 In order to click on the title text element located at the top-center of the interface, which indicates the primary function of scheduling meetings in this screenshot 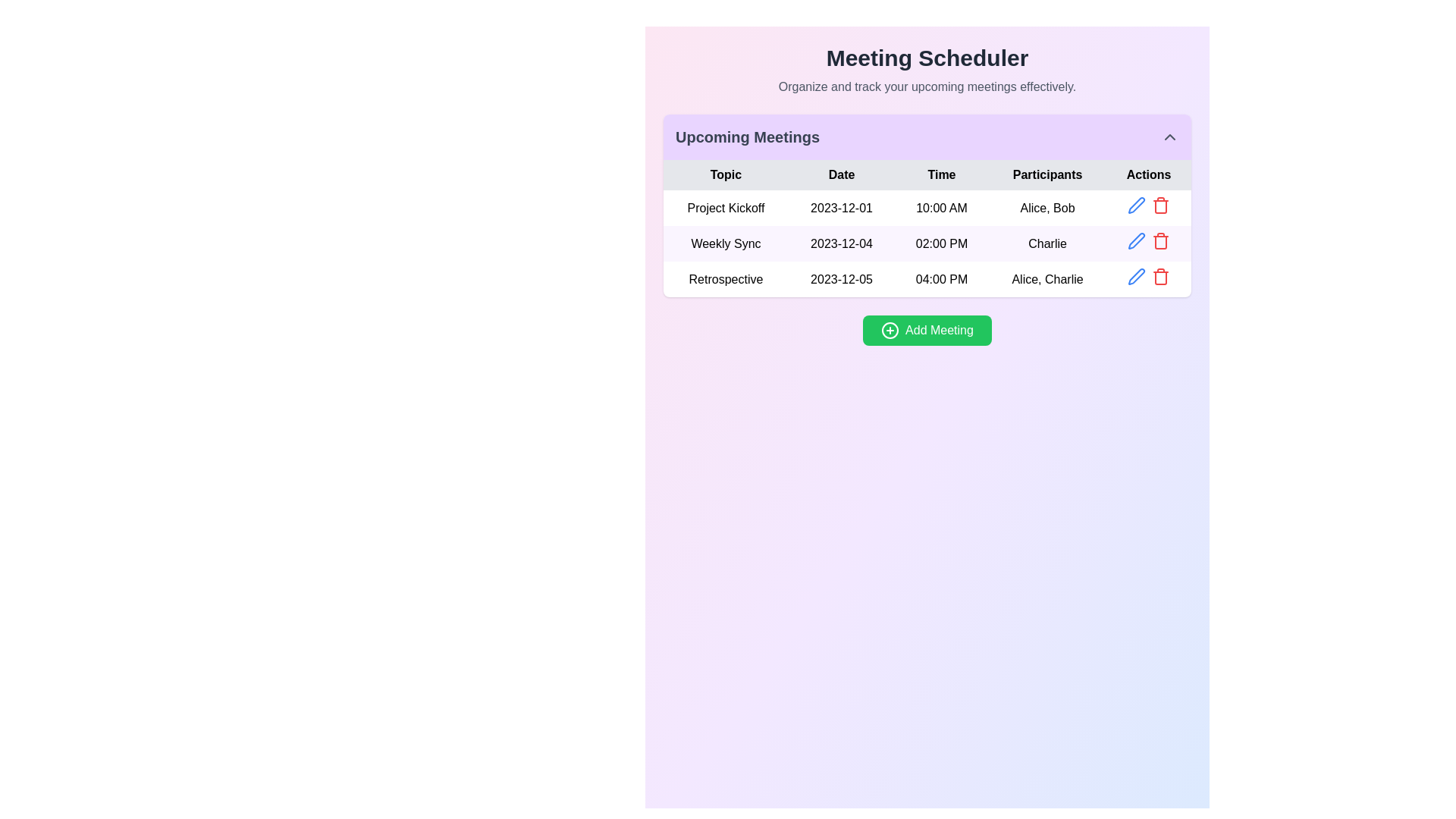, I will do `click(927, 58)`.